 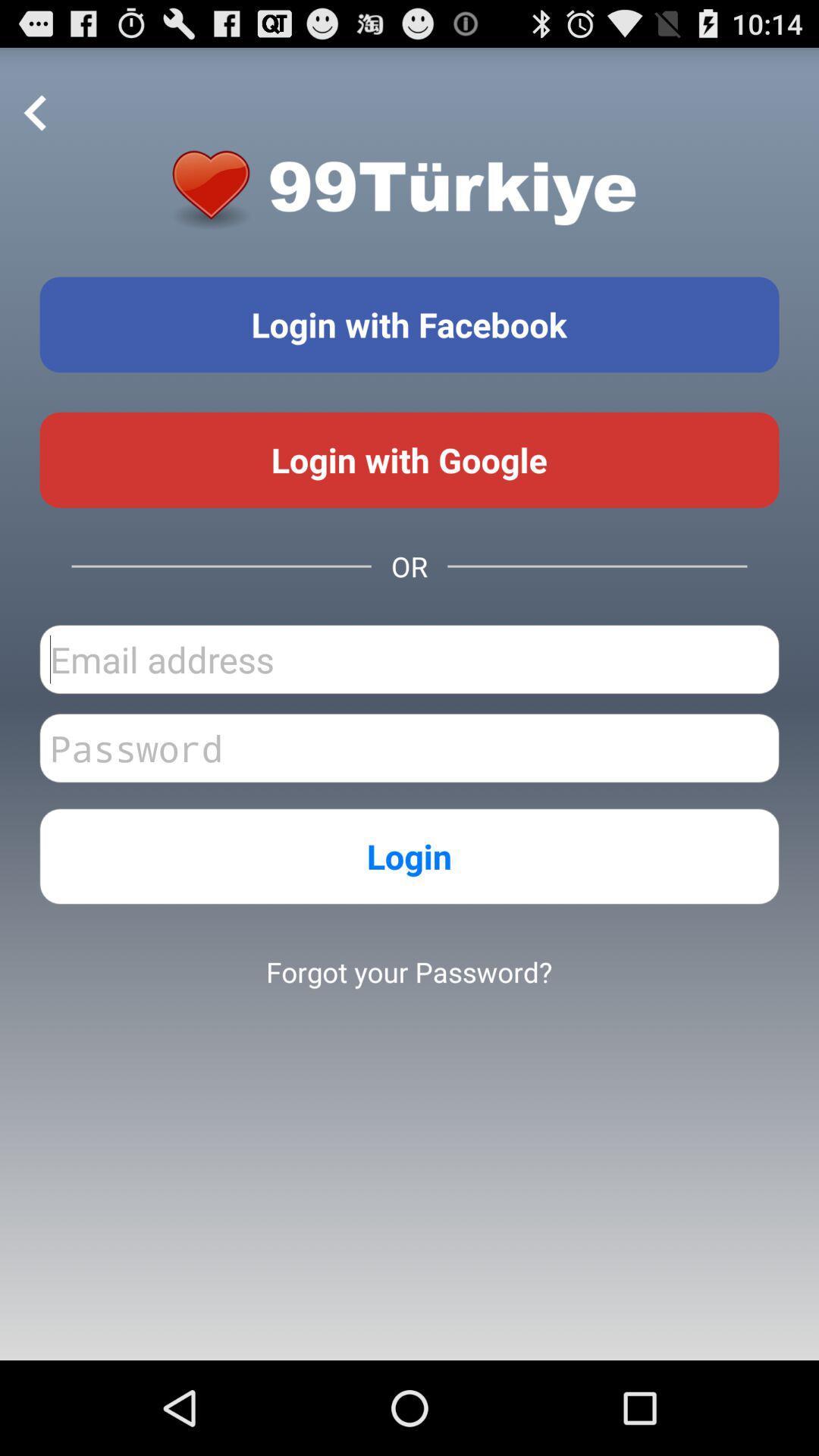 What do you see at coordinates (409, 748) in the screenshot?
I see `password input field` at bounding box center [409, 748].